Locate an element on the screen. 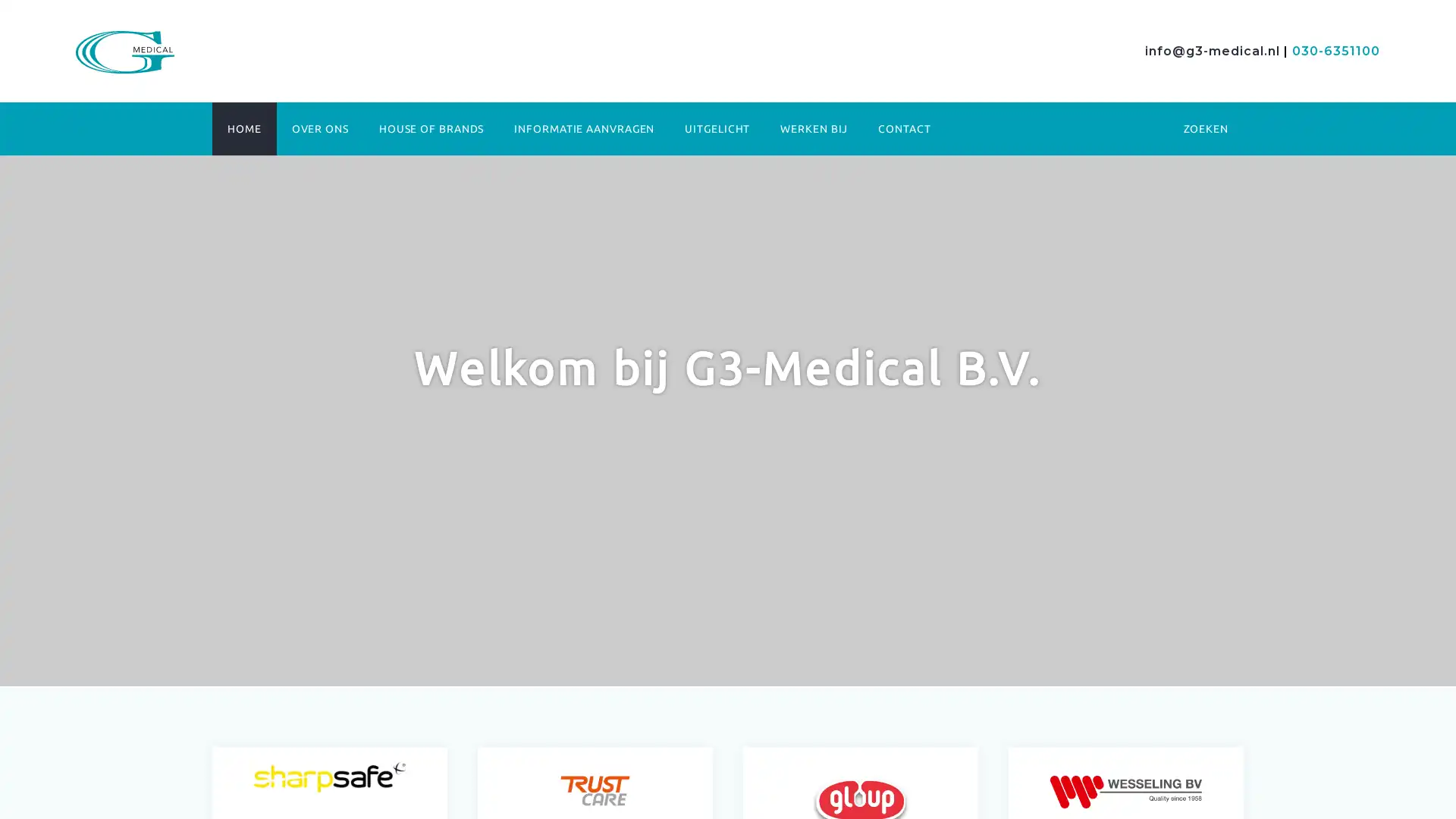 This screenshot has width=1456, height=819. Zoeken is located at coordinates (1070, 200).